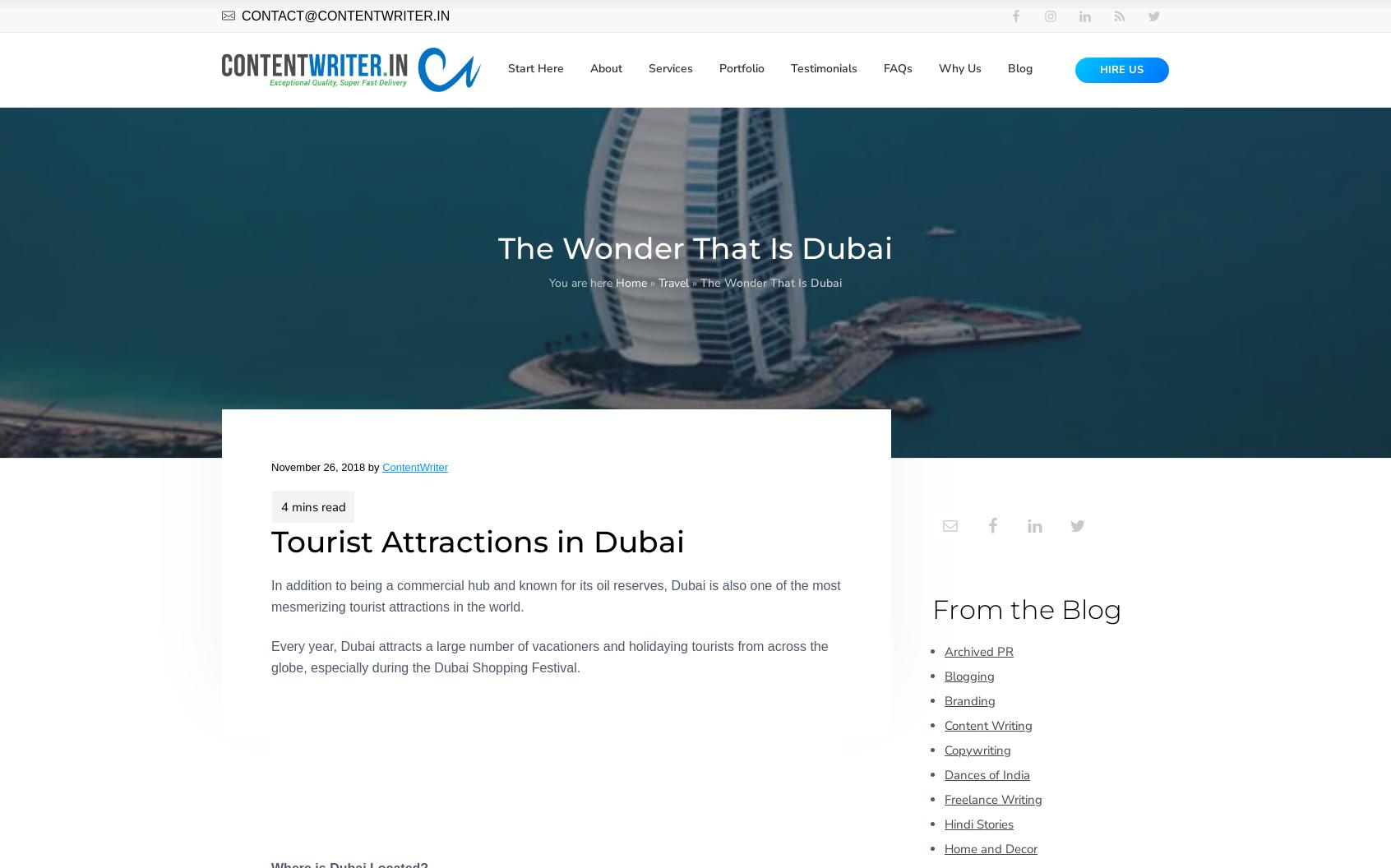  What do you see at coordinates (987, 773) in the screenshot?
I see `'Dances of India'` at bounding box center [987, 773].